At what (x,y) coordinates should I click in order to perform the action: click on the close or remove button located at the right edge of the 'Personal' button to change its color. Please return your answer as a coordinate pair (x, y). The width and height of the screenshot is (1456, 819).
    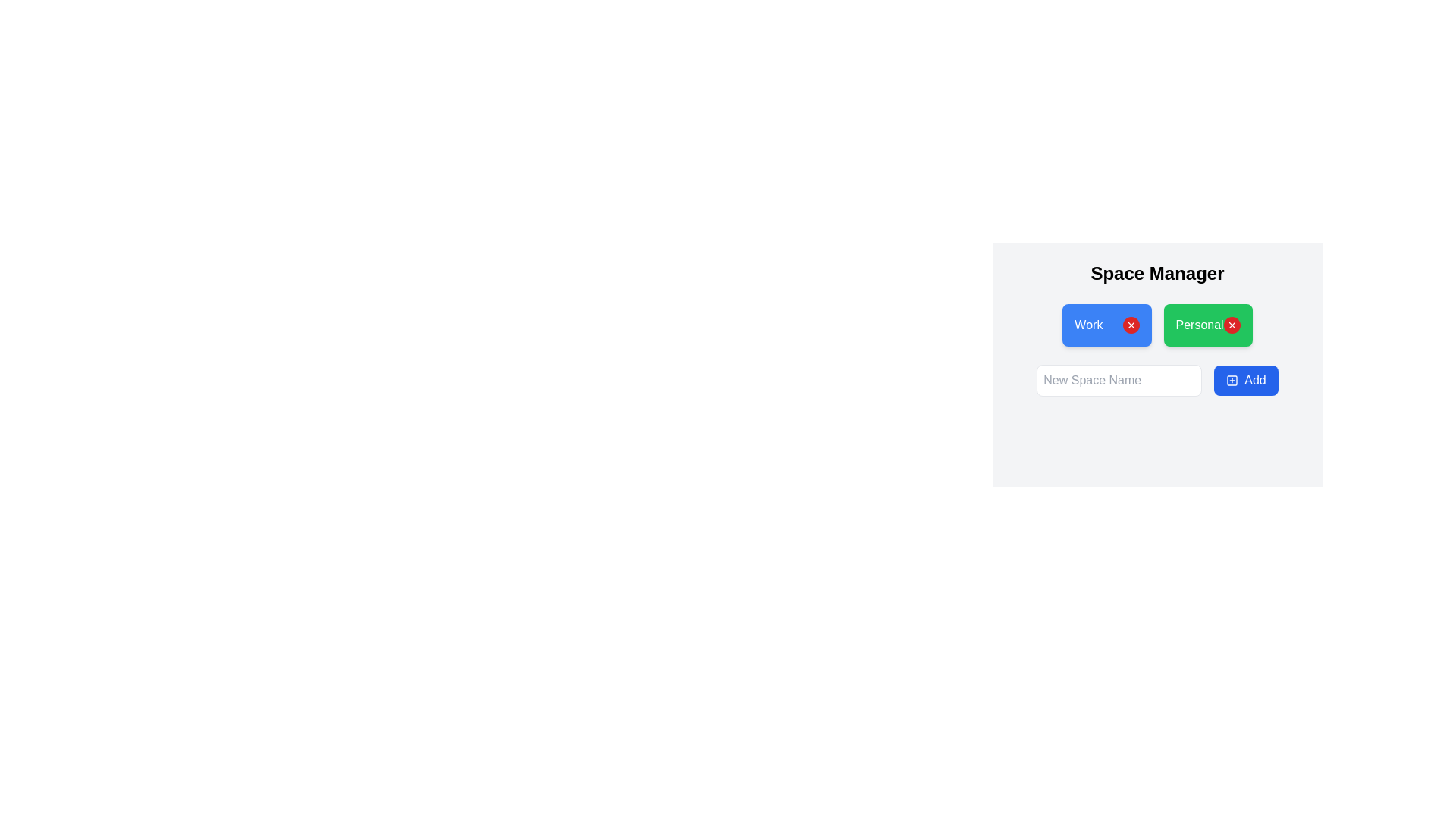
    Looking at the image, I should click on (1232, 324).